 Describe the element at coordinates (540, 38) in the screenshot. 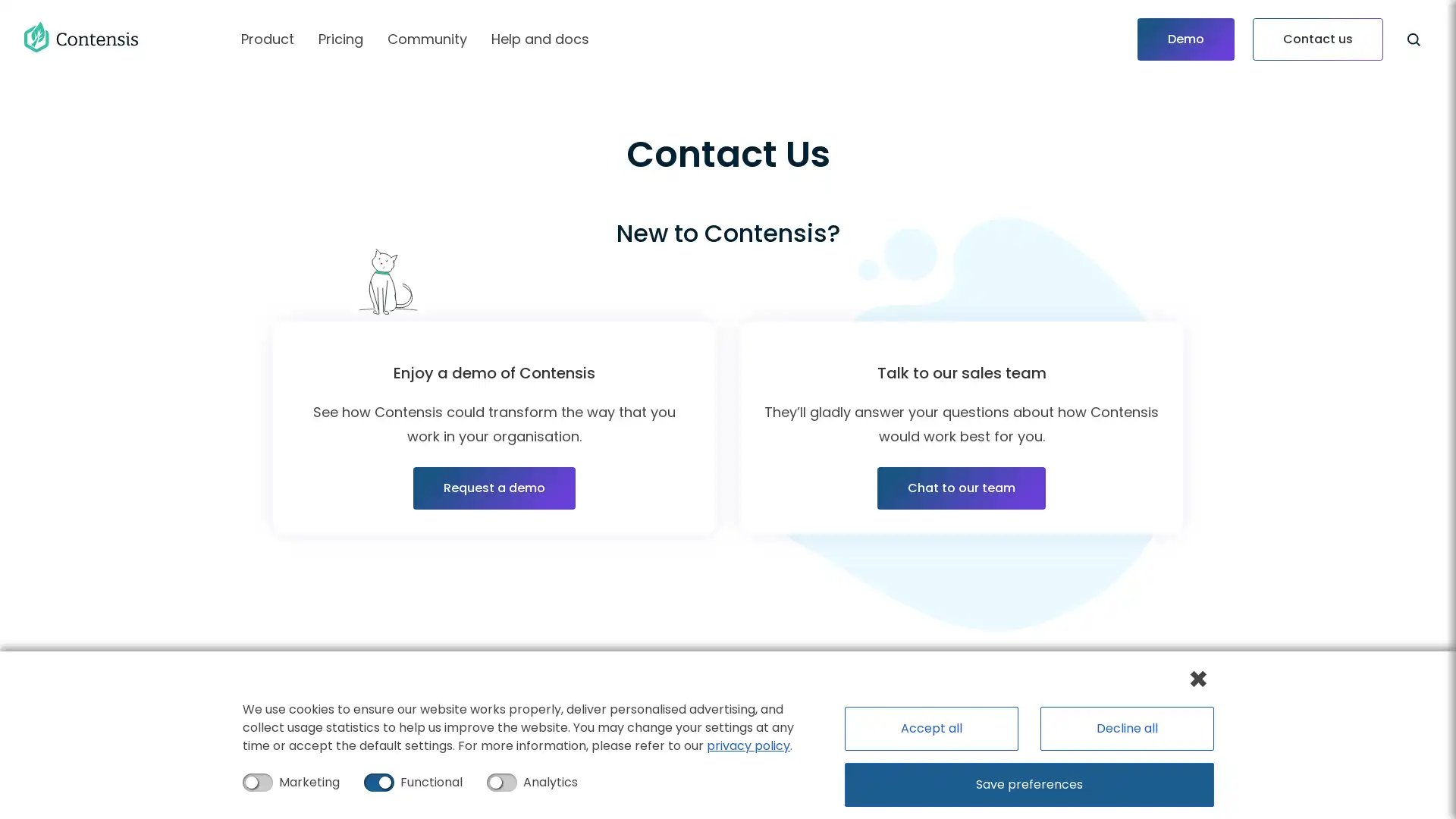

I see `Help and docs` at that location.